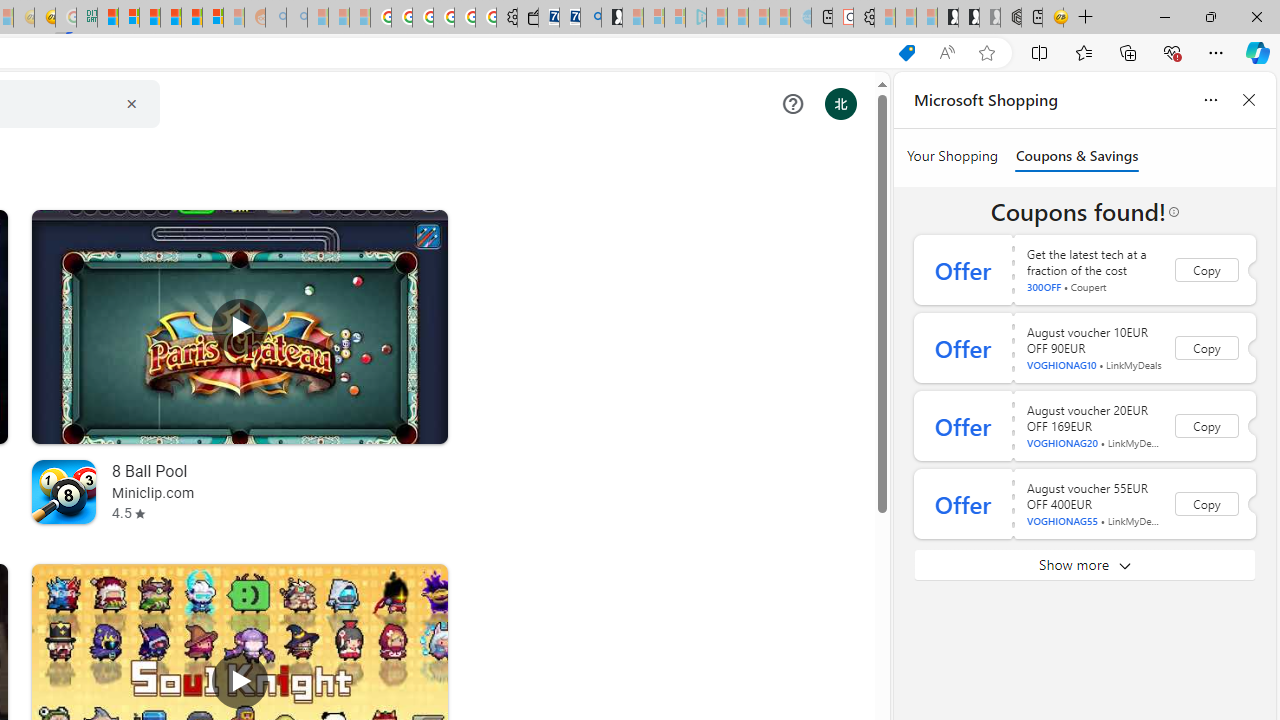  What do you see at coordinates (1082, 51) in the screenshot?
I see `'Favorites'` at bounding box center [1082, 51].